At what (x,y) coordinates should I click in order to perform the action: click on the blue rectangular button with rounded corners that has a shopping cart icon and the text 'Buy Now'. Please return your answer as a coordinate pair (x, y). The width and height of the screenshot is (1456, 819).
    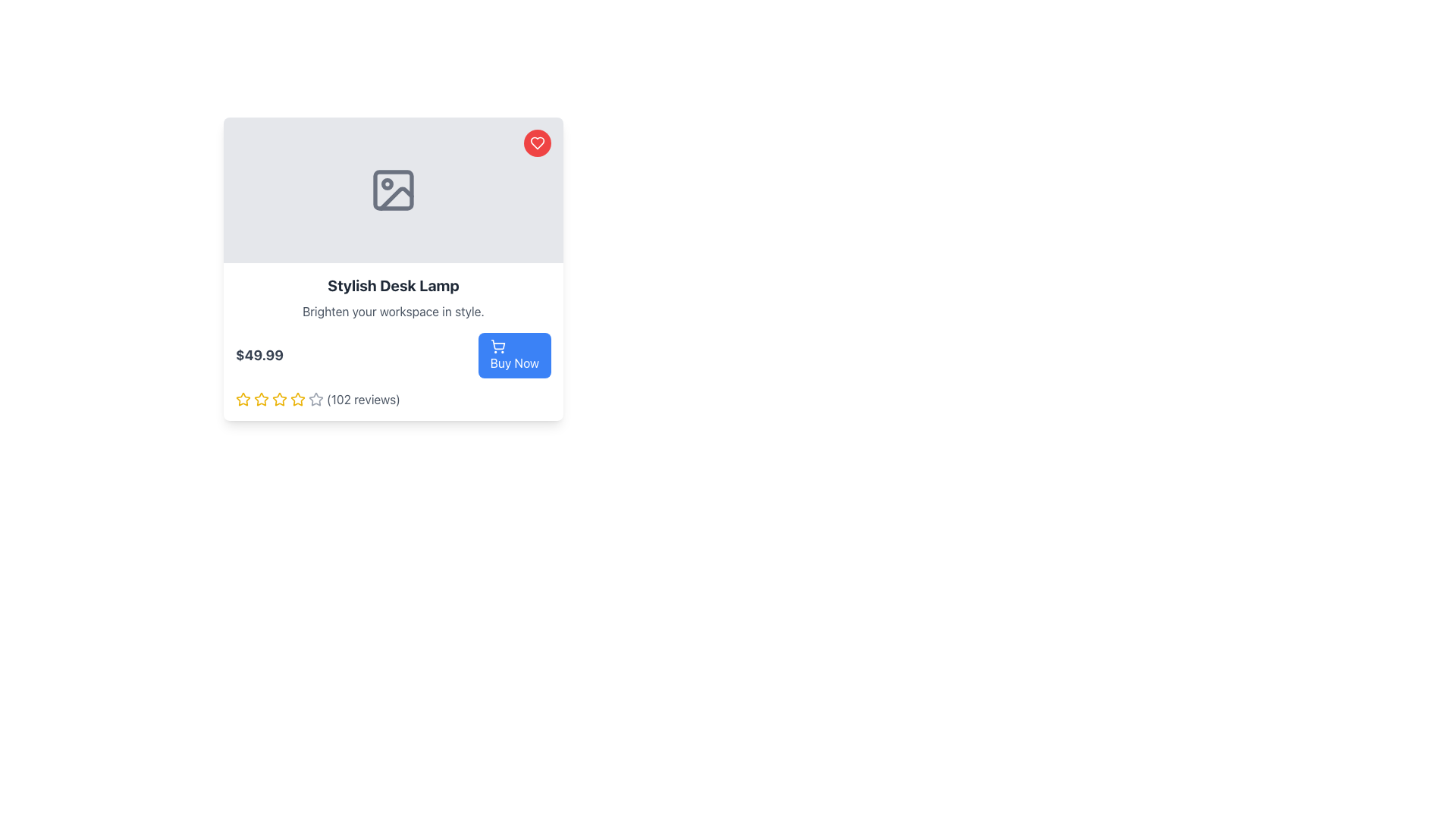
    Looking at the image, I should click on (514, 356).